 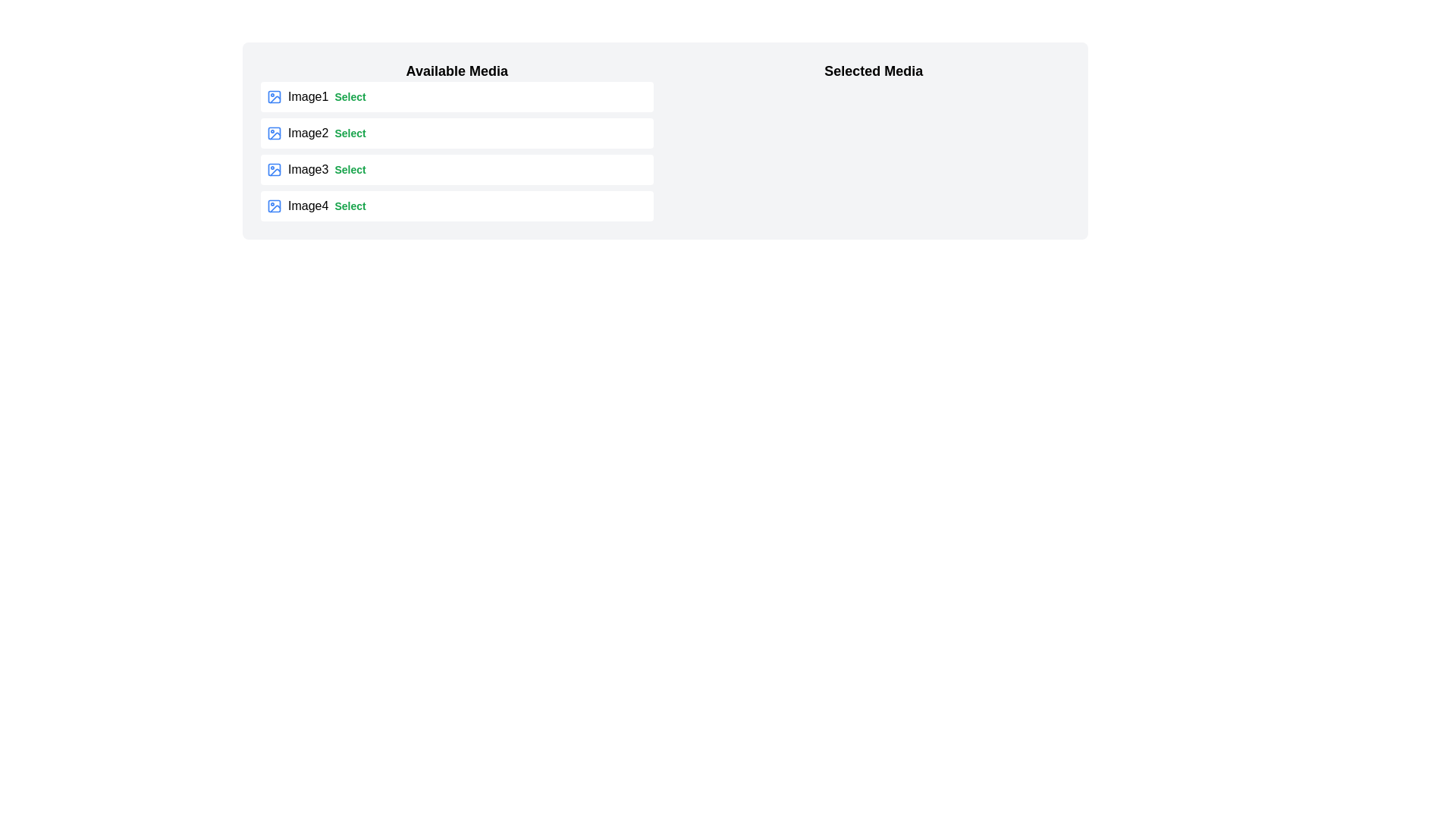 I want to click on the 'Select' interactive button label, which is a green, bold, underlined text located at the far right of the option row containing 'Image4', so click(x=349, y=206).